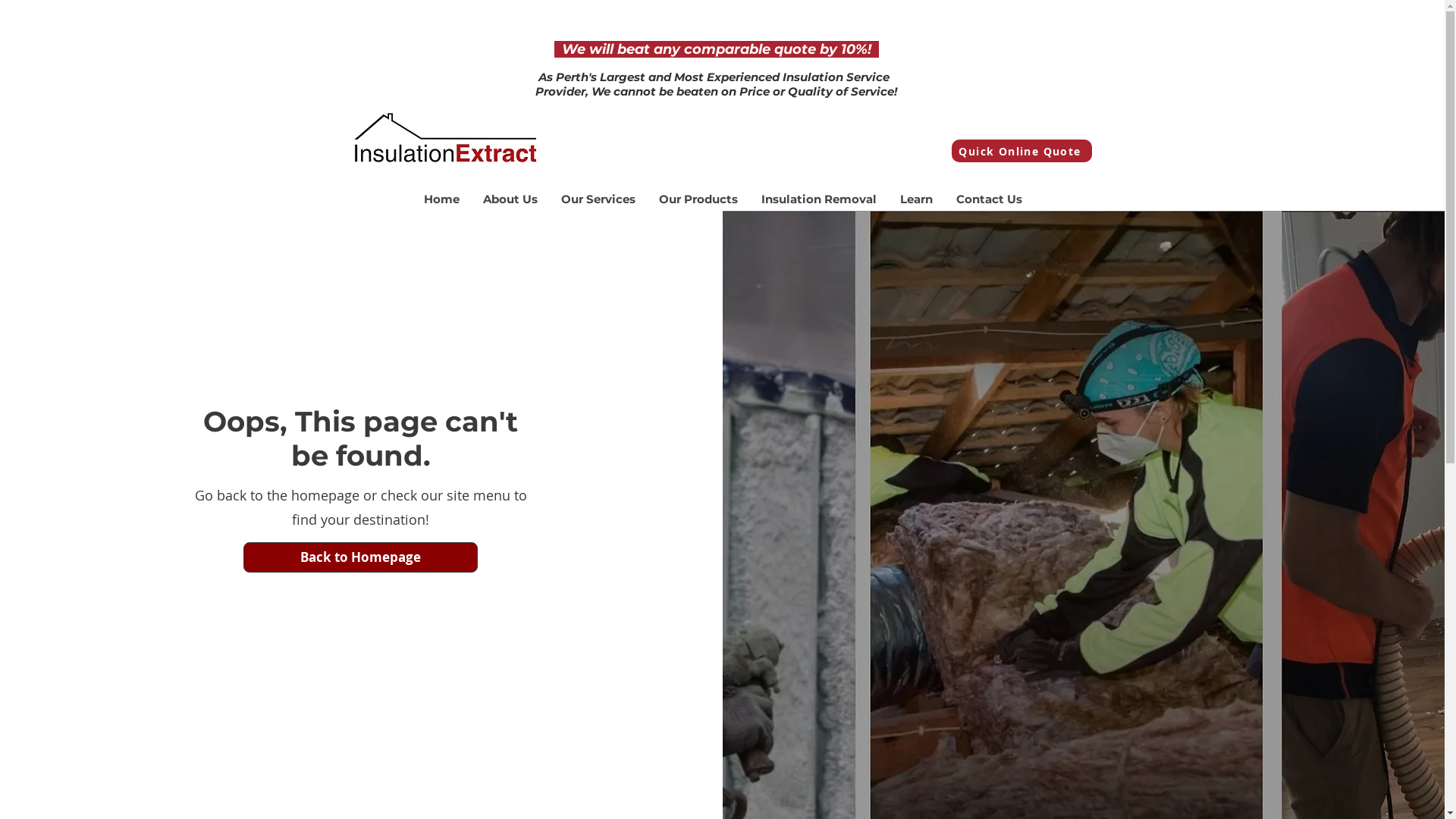  Describe the element at coordinates (696, 198) in the screenshot. I see `'Our Products'` at that location.